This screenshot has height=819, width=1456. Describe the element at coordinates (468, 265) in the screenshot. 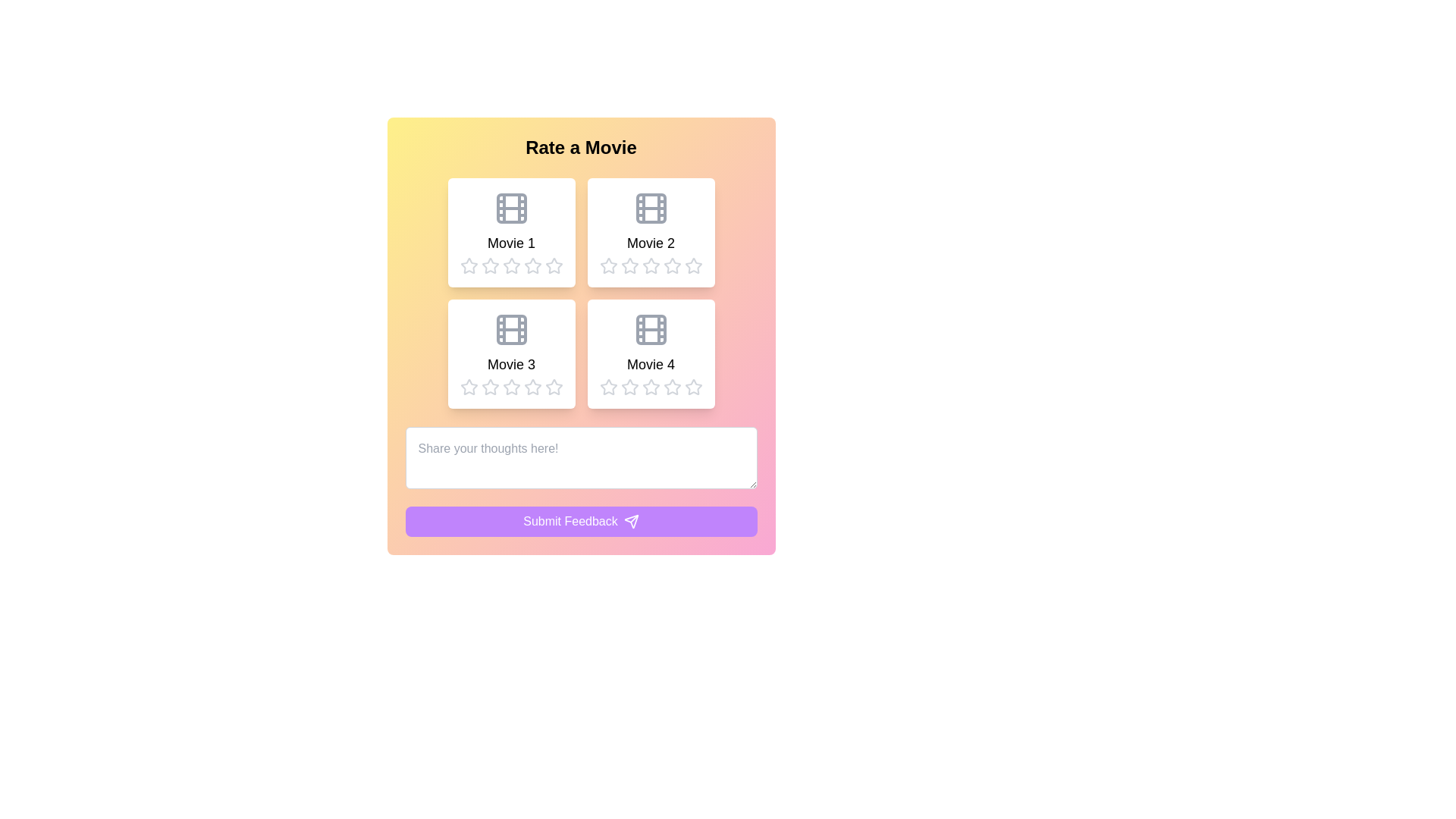

I see `the first star in the row of five stars under the 'Movie 1' section to assign a single-star rating` at that location.